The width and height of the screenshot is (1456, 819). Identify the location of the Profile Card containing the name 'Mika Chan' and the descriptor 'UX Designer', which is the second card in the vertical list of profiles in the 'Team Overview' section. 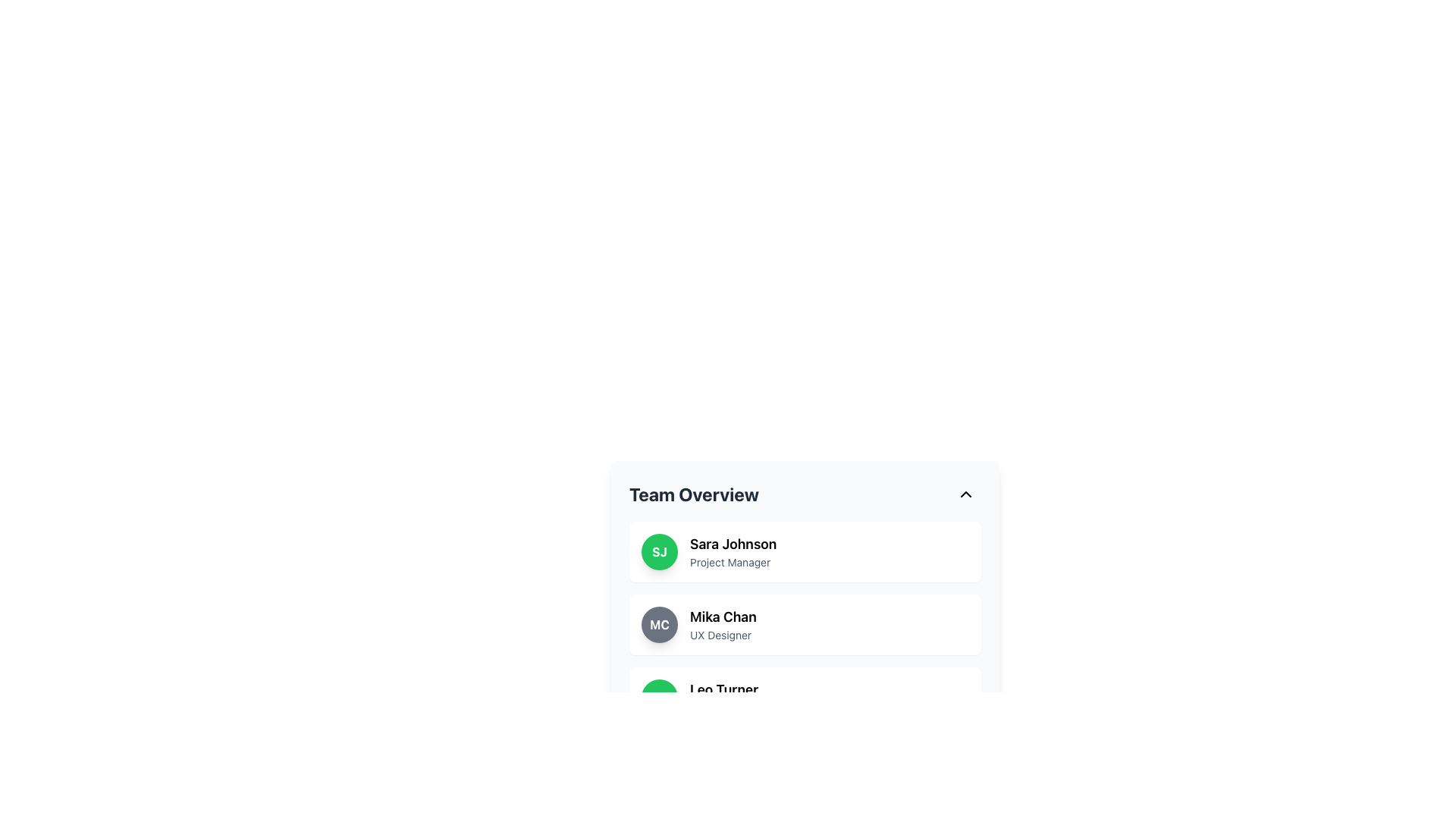
(804, 625).